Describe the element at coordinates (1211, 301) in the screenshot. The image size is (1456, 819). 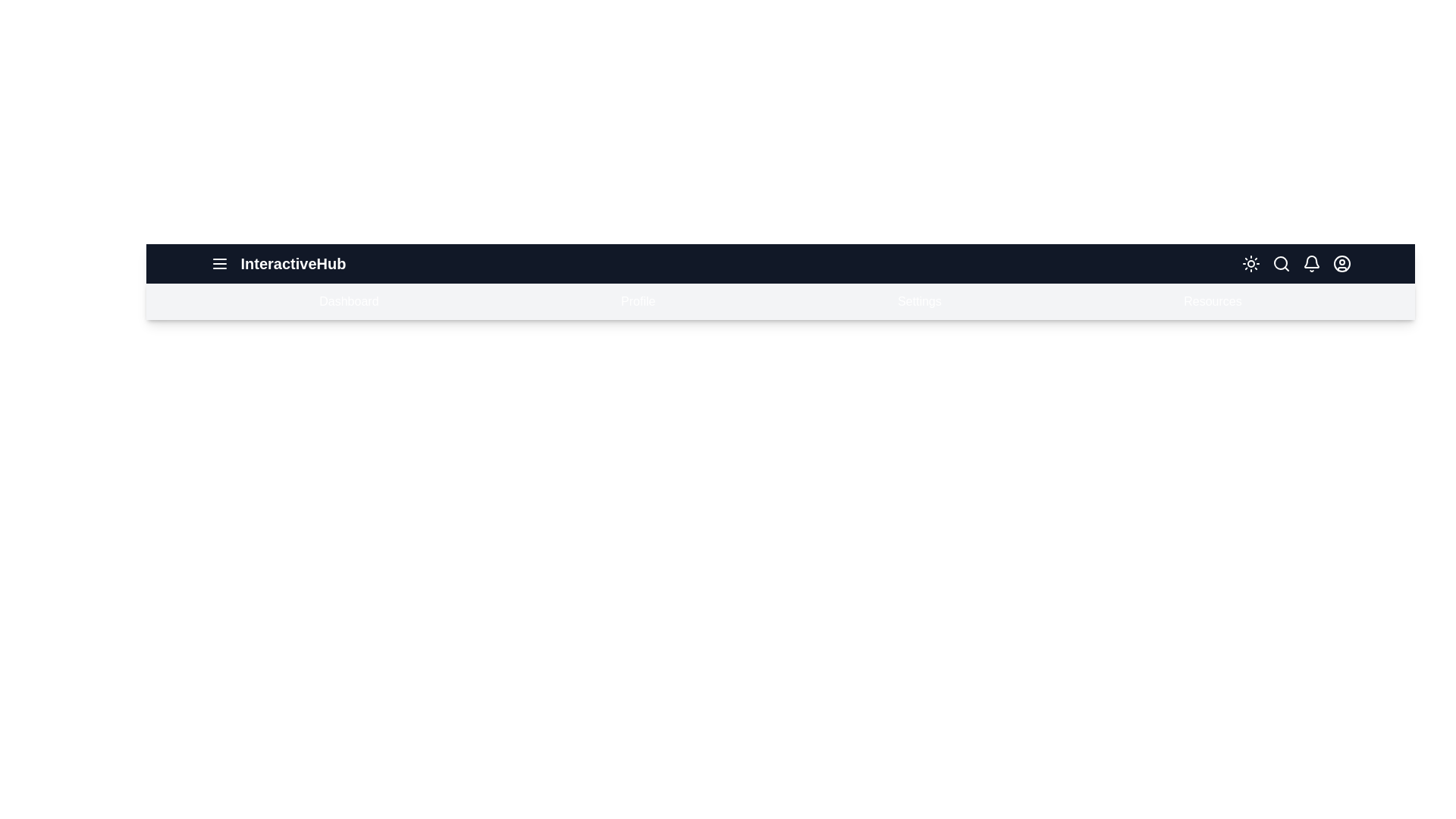
I see `the Resources navigation link` at that location.